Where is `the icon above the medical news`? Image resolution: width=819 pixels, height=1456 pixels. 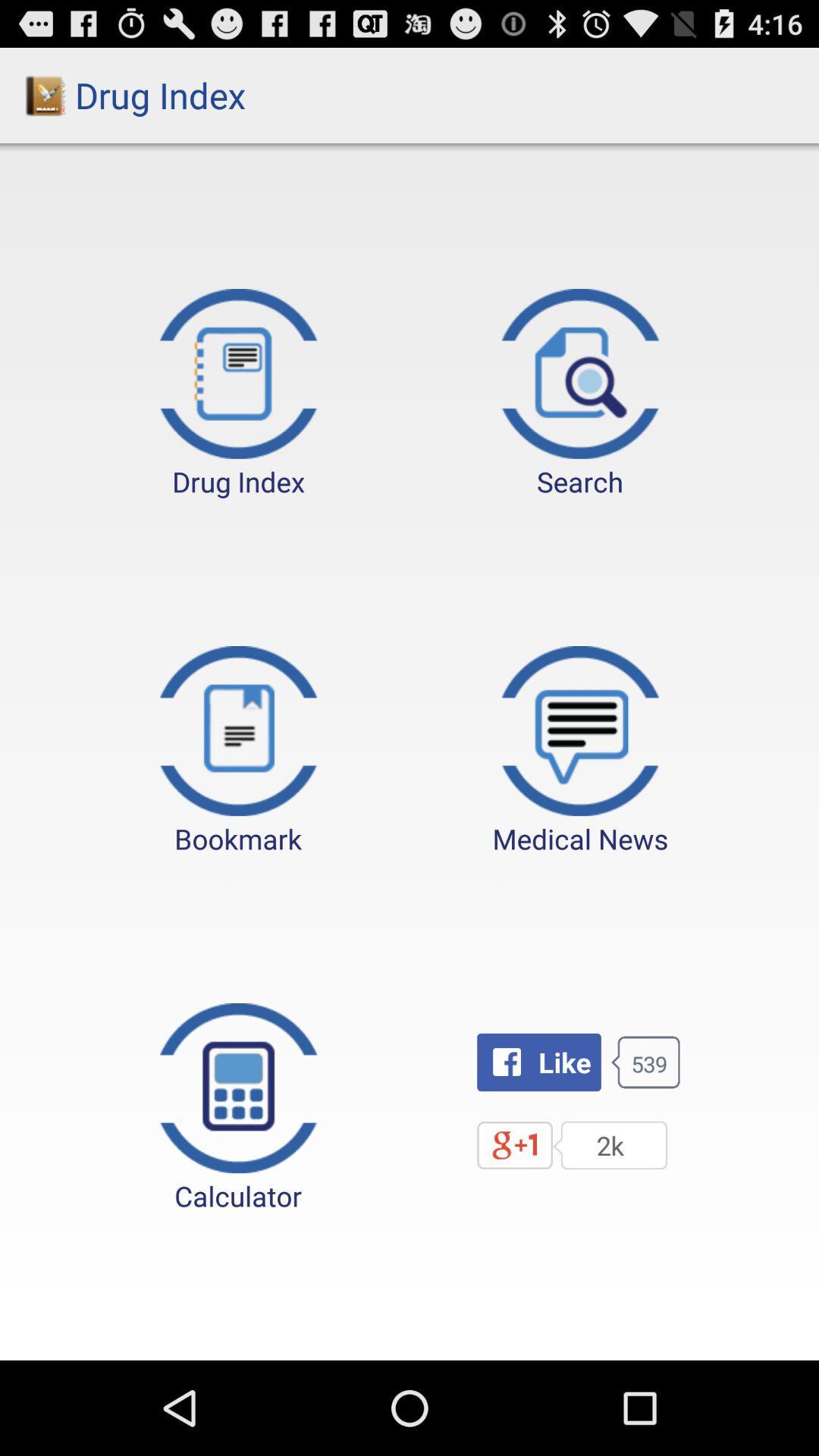 the icon above the medical news is located at coordinates (580, 394).